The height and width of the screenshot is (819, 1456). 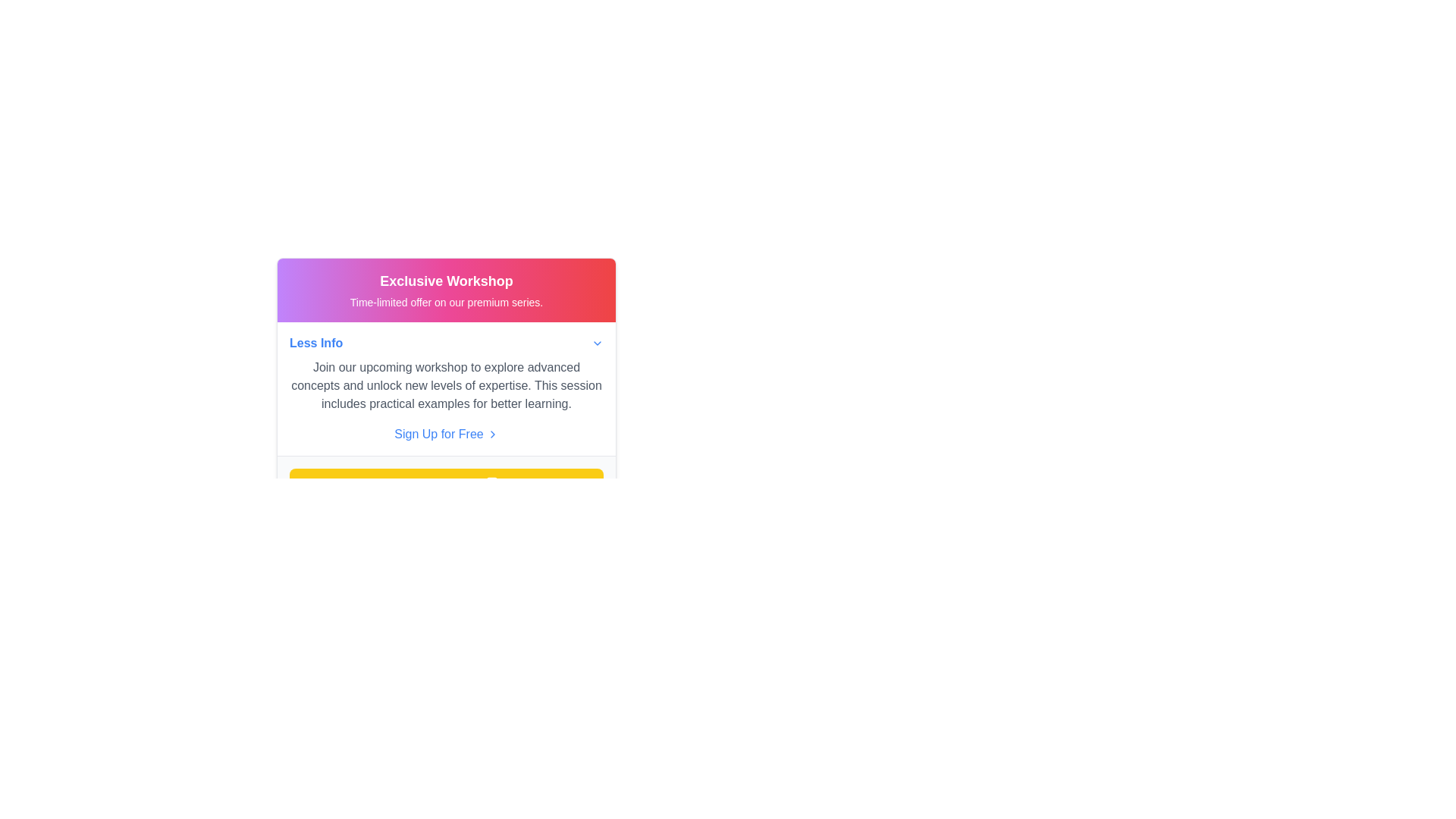 What do you see at coordinates (446, 290) in the screenshot?
I see `the Text Display Section that features a gradient background from purple to red, displaying 'Exclusive Workshop' in bold and larger text, with a smaller line below stating 'Time-limited offer on our premium series.'` at bounding box center [446, 290].